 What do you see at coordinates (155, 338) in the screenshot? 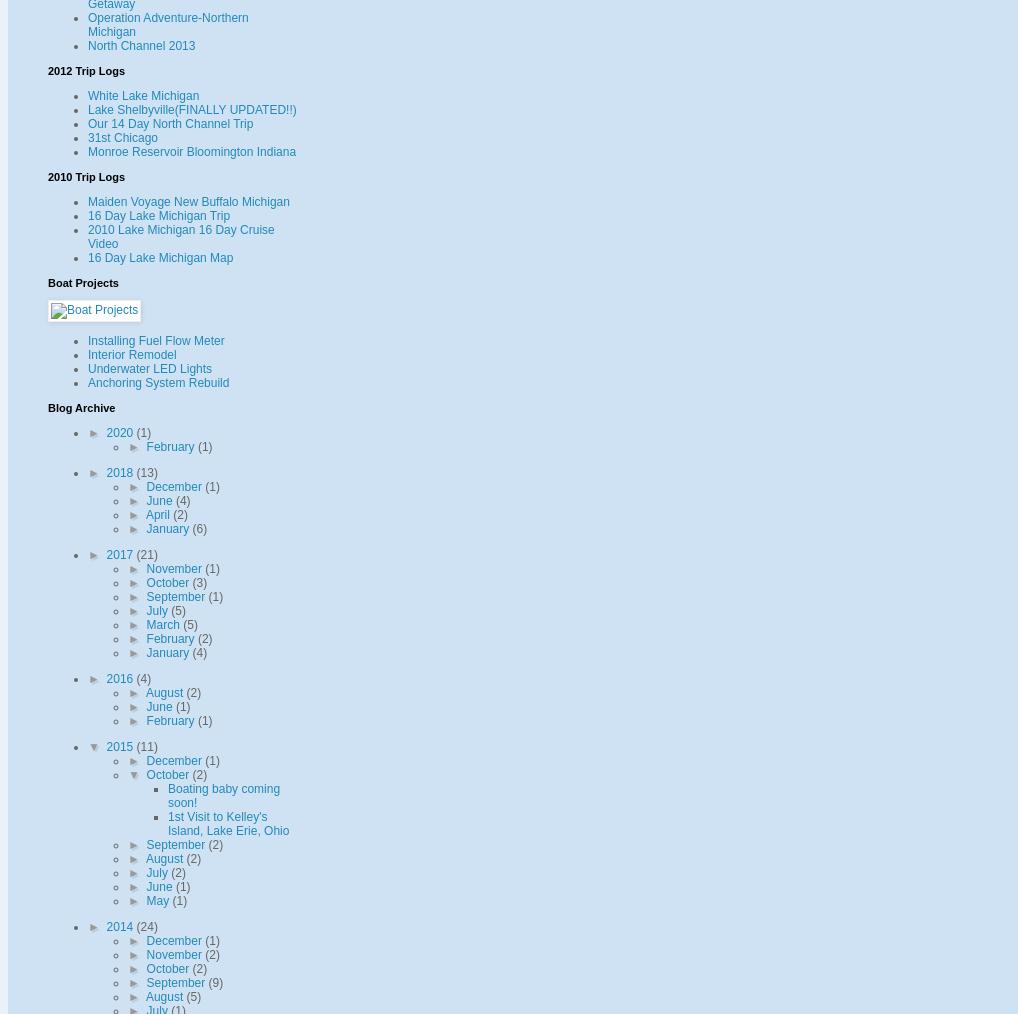
I see `'Installing Fuel Flow Meter'` at bounding box center [155, 338].